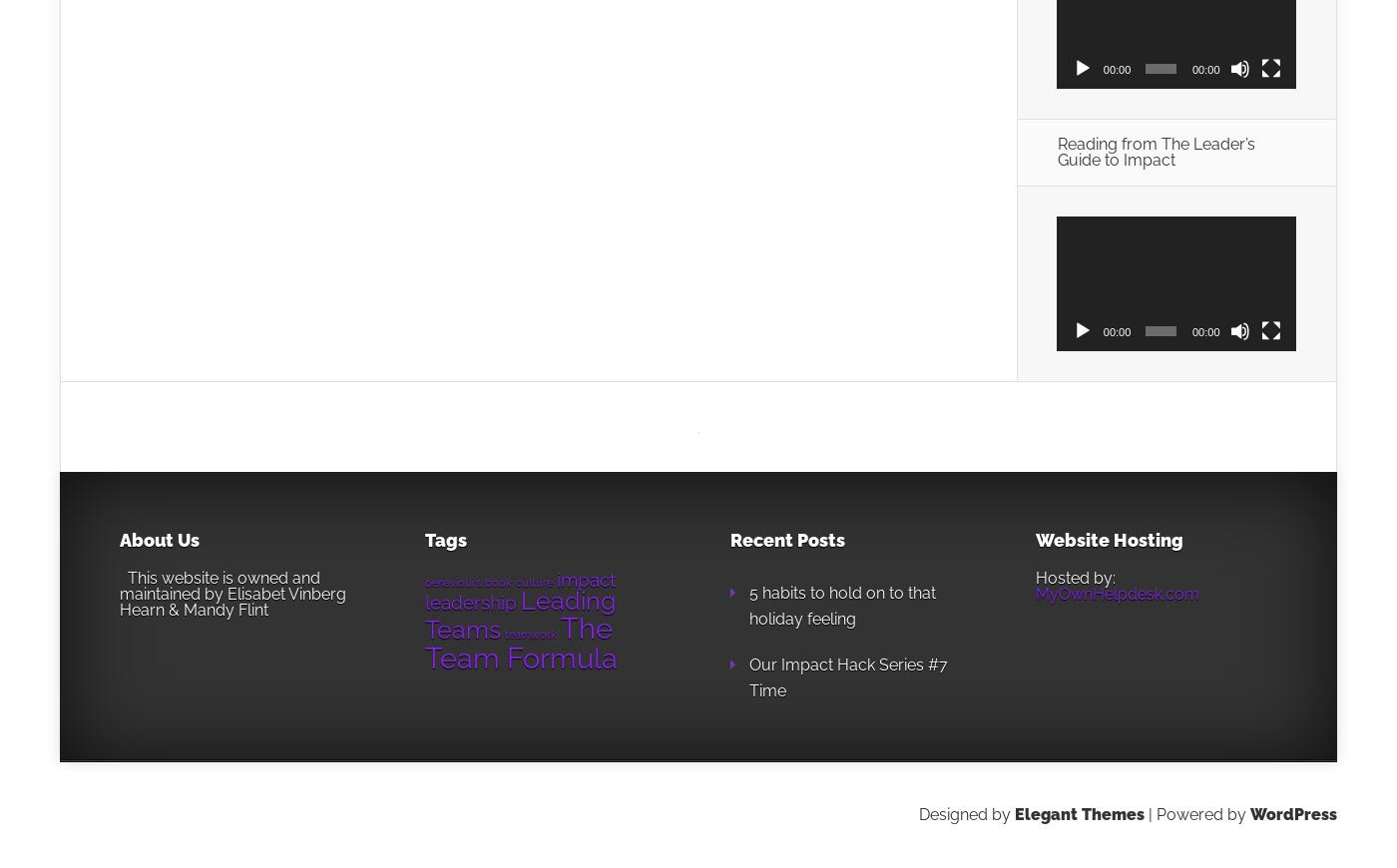 This screenshot has width=1397, height=868. What do you see at coordinates (453, 580) in the screenshot?
I see `'behaviours'` at bounding box center [453, 580].